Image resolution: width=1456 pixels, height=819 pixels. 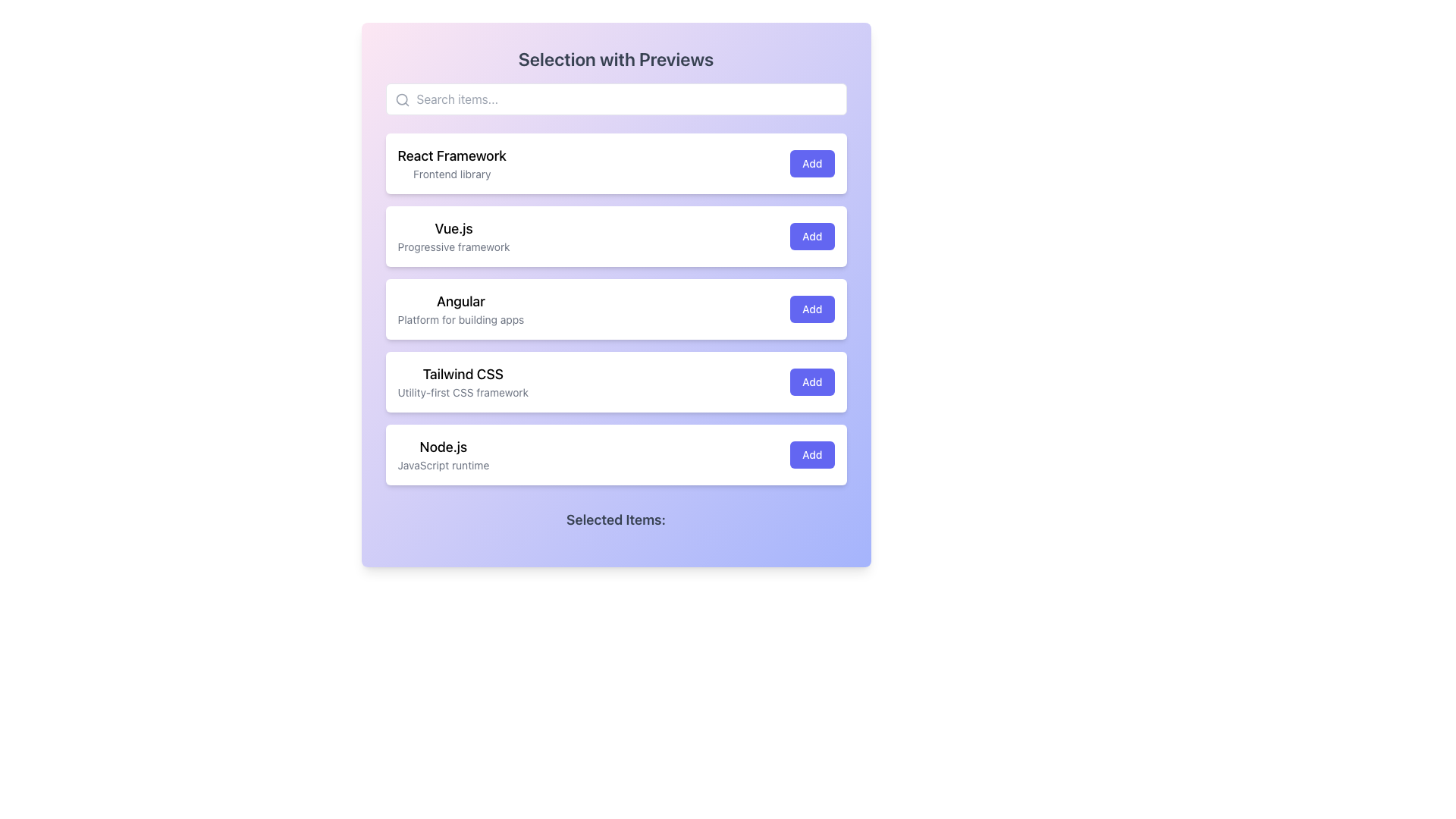 I want to click on the 'Add' button associated with the 'Vue.js' framework located on the right side of the card in the second position of the vertical list, so click(x=811, y=237).